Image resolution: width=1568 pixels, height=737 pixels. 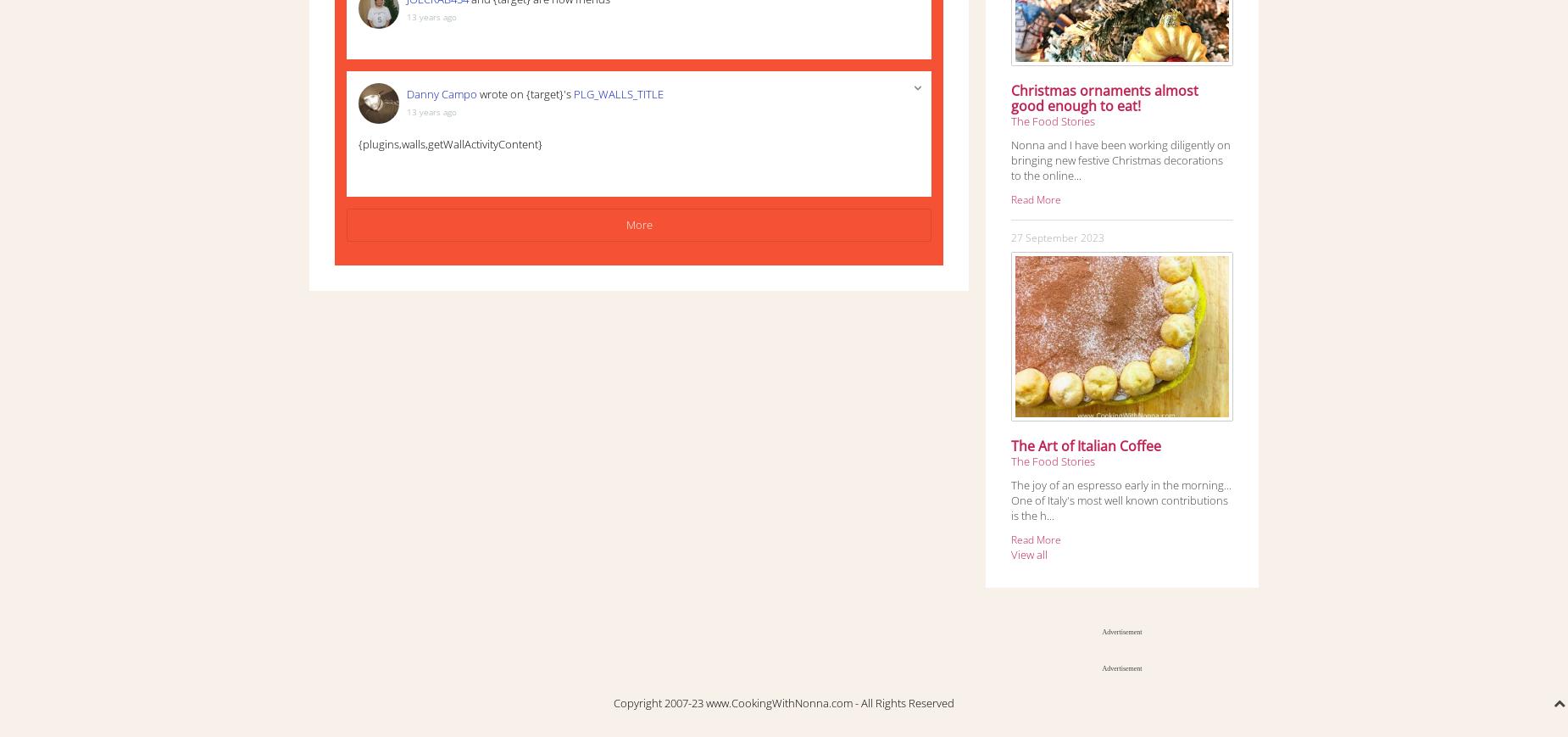 What do you see at coordinates (625, 223) in the screenshot?
I see `'More'` at bounding box center [625, 223].